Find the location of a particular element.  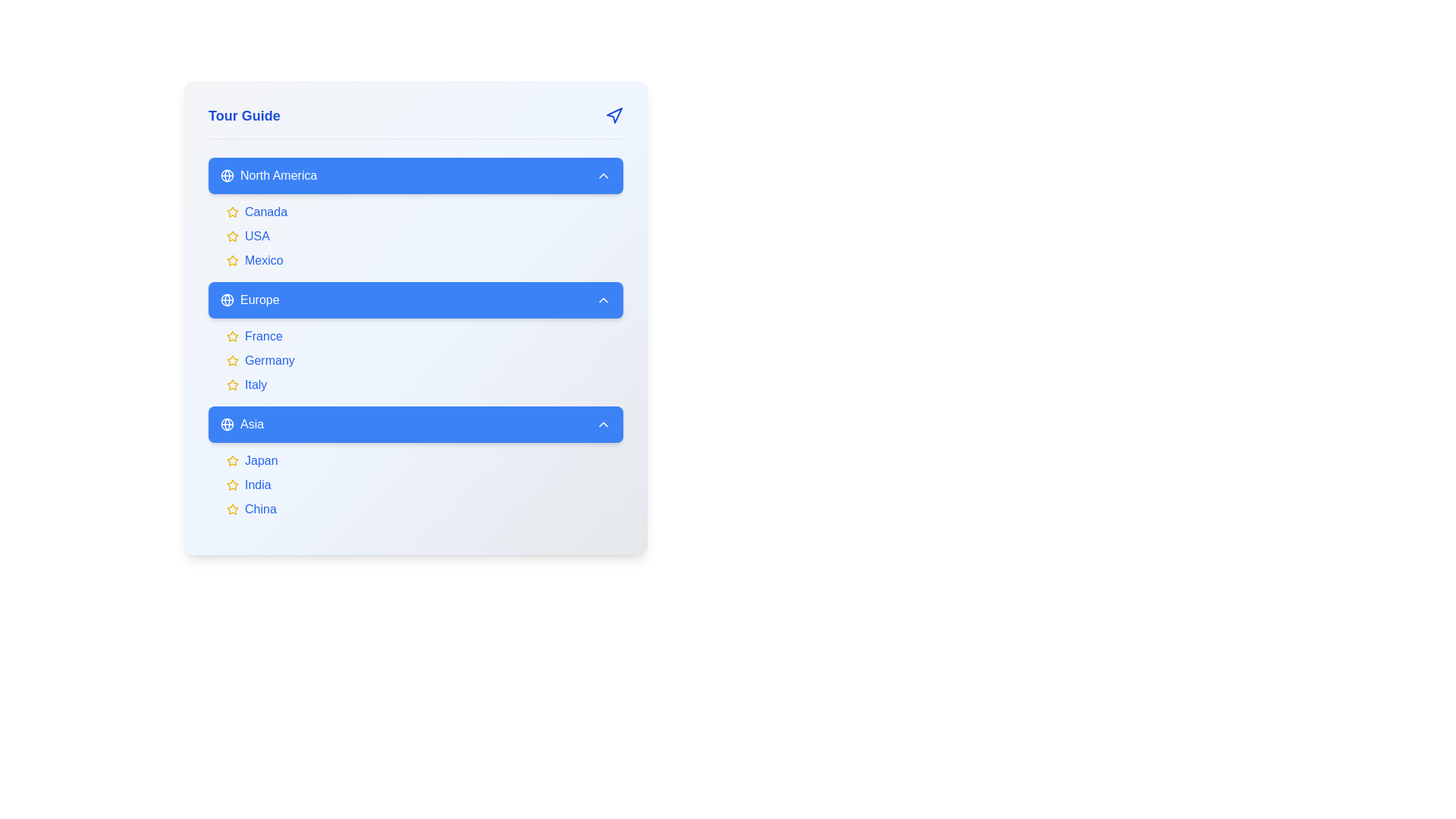

the star icon located to the left of the label 'Japan' is located at coordinates (232, 460).